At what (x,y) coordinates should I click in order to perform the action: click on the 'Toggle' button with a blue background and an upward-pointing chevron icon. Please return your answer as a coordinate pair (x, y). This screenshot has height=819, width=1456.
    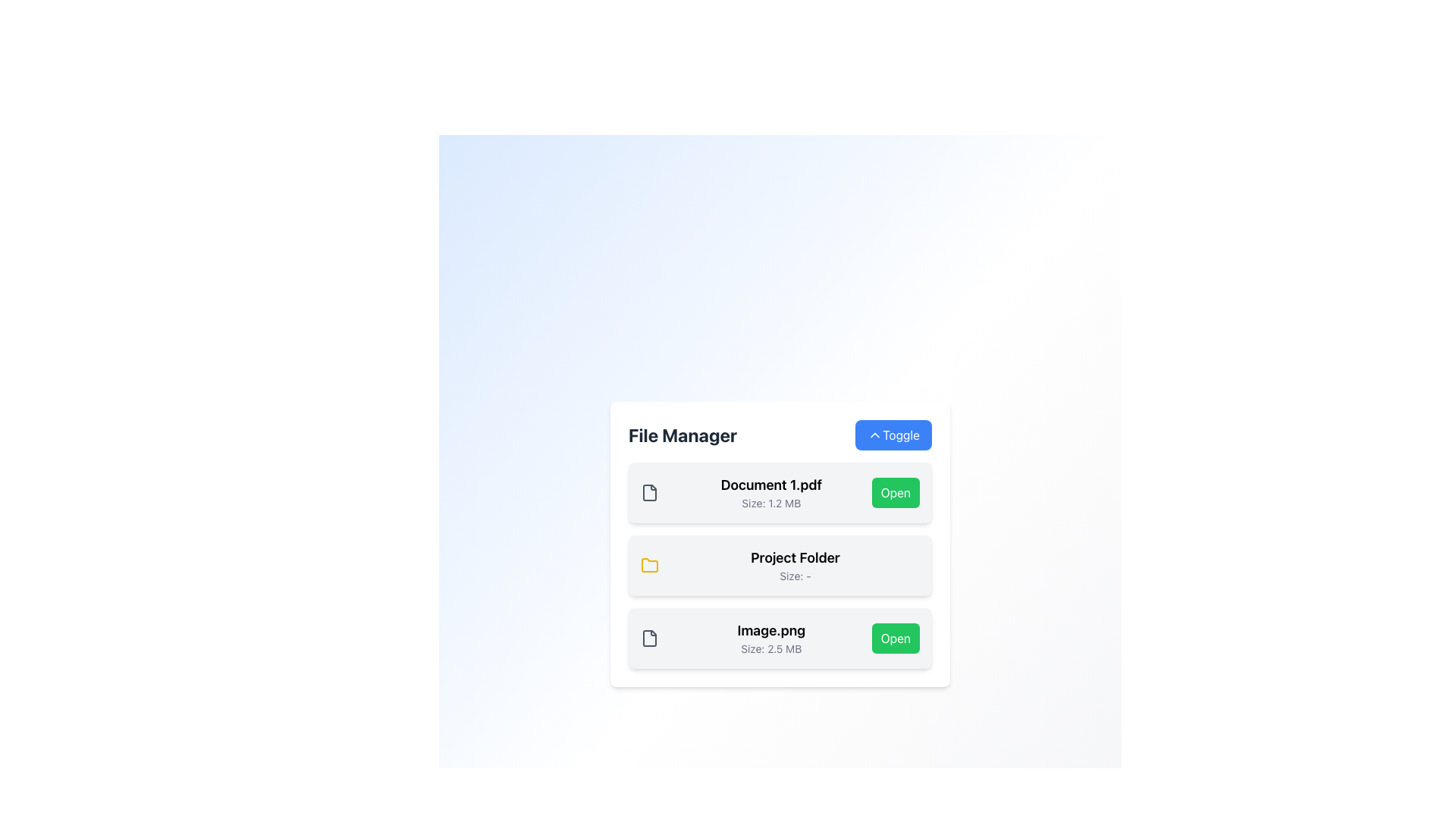
    Looking at the image, I should click on (893, 435).